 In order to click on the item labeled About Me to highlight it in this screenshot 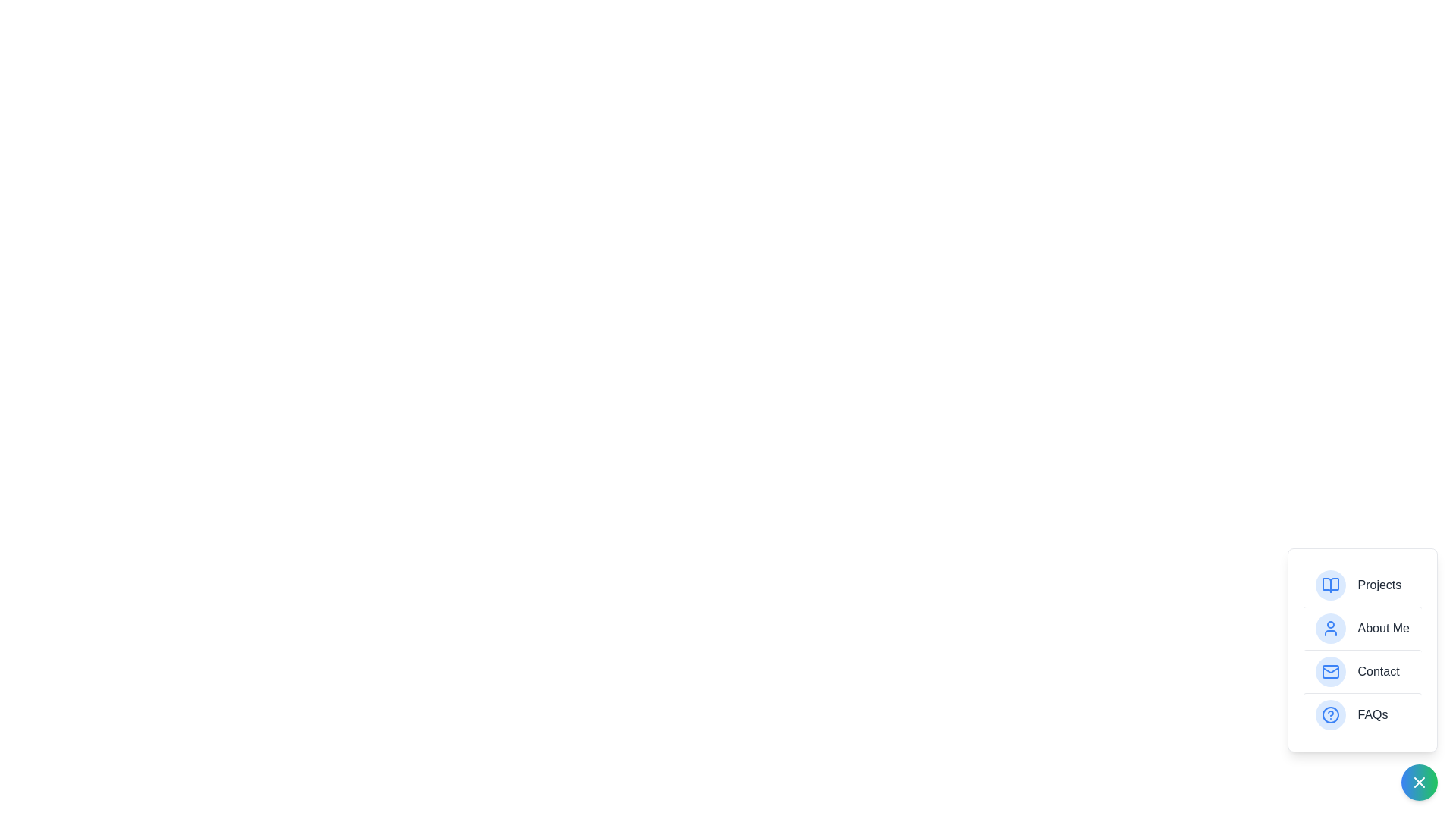, I will do `click(1362, 628)`.